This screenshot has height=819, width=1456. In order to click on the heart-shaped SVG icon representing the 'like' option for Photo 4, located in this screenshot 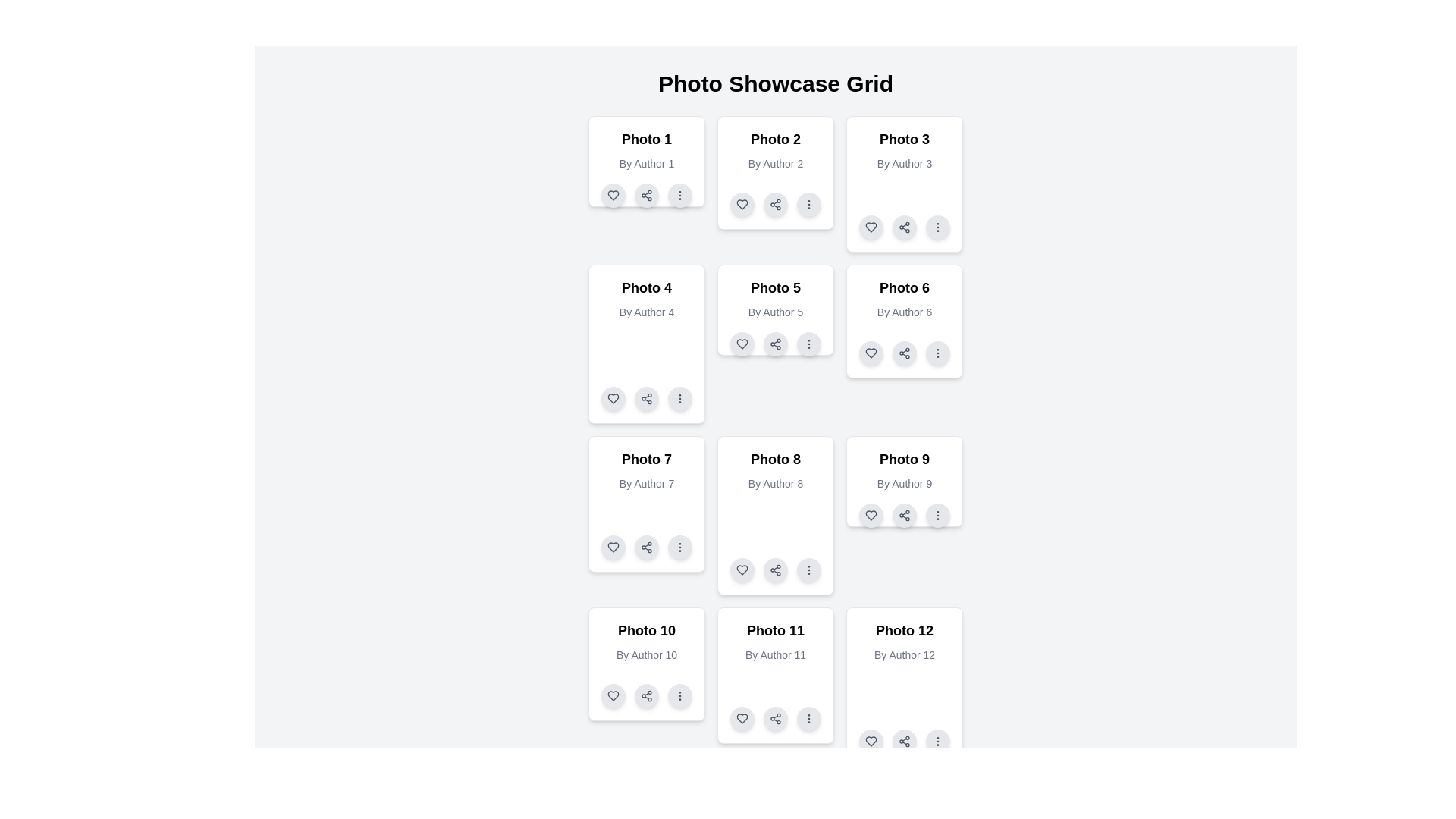, I will do `click(613, 397)`.